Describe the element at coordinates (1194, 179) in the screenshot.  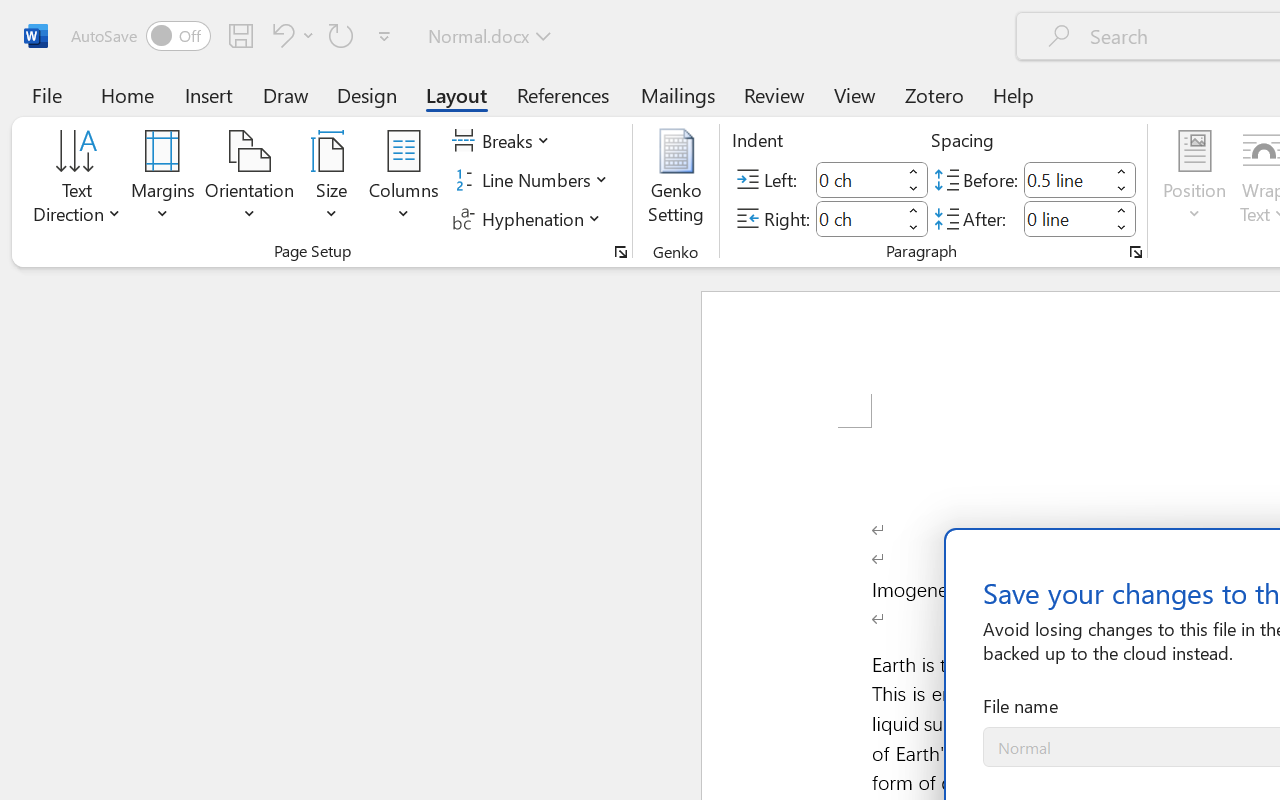
I see `'Position'` at that location.